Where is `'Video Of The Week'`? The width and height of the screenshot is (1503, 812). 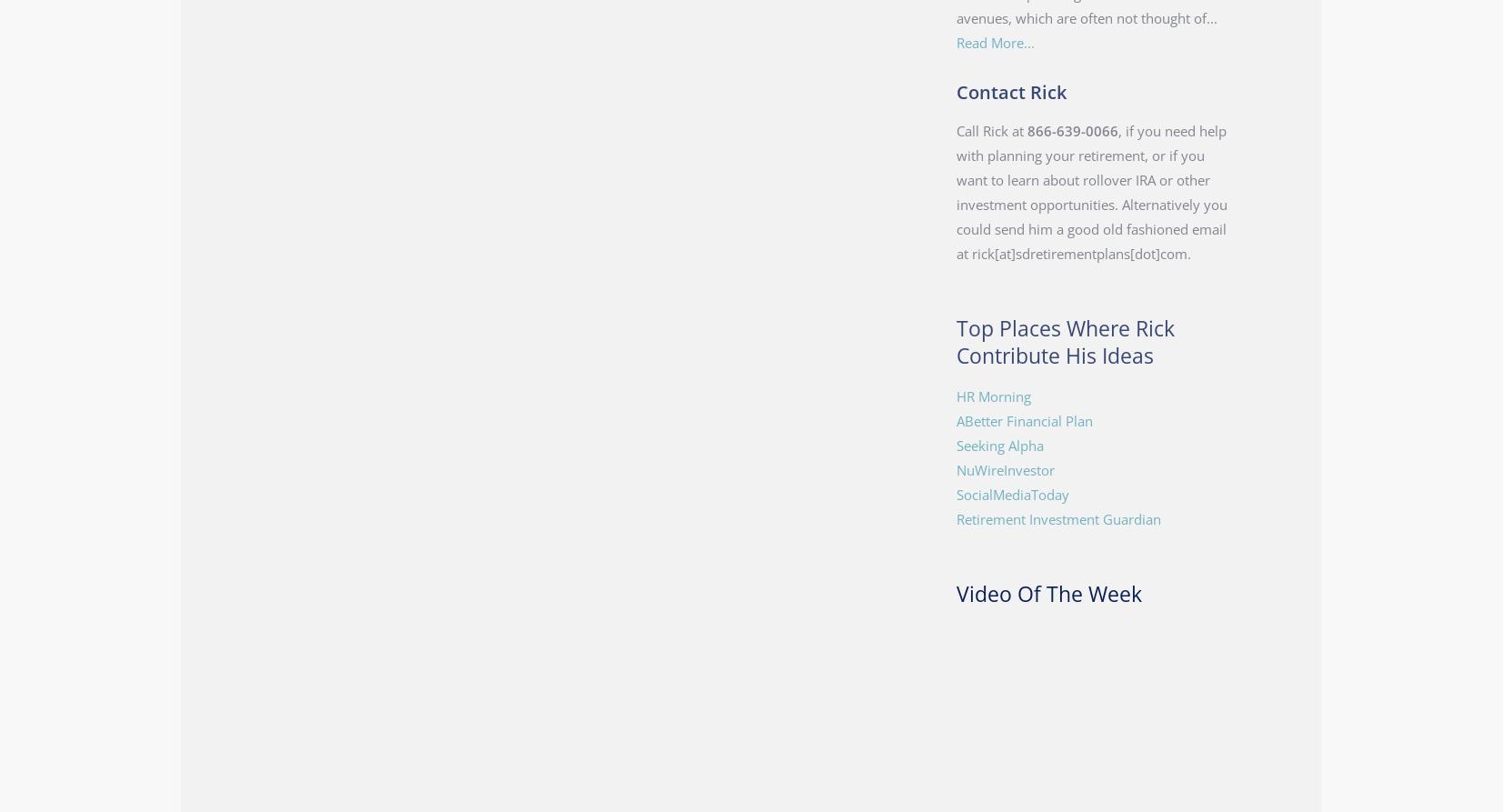 'Video Of The Week' is located at coordinates (955, 594).